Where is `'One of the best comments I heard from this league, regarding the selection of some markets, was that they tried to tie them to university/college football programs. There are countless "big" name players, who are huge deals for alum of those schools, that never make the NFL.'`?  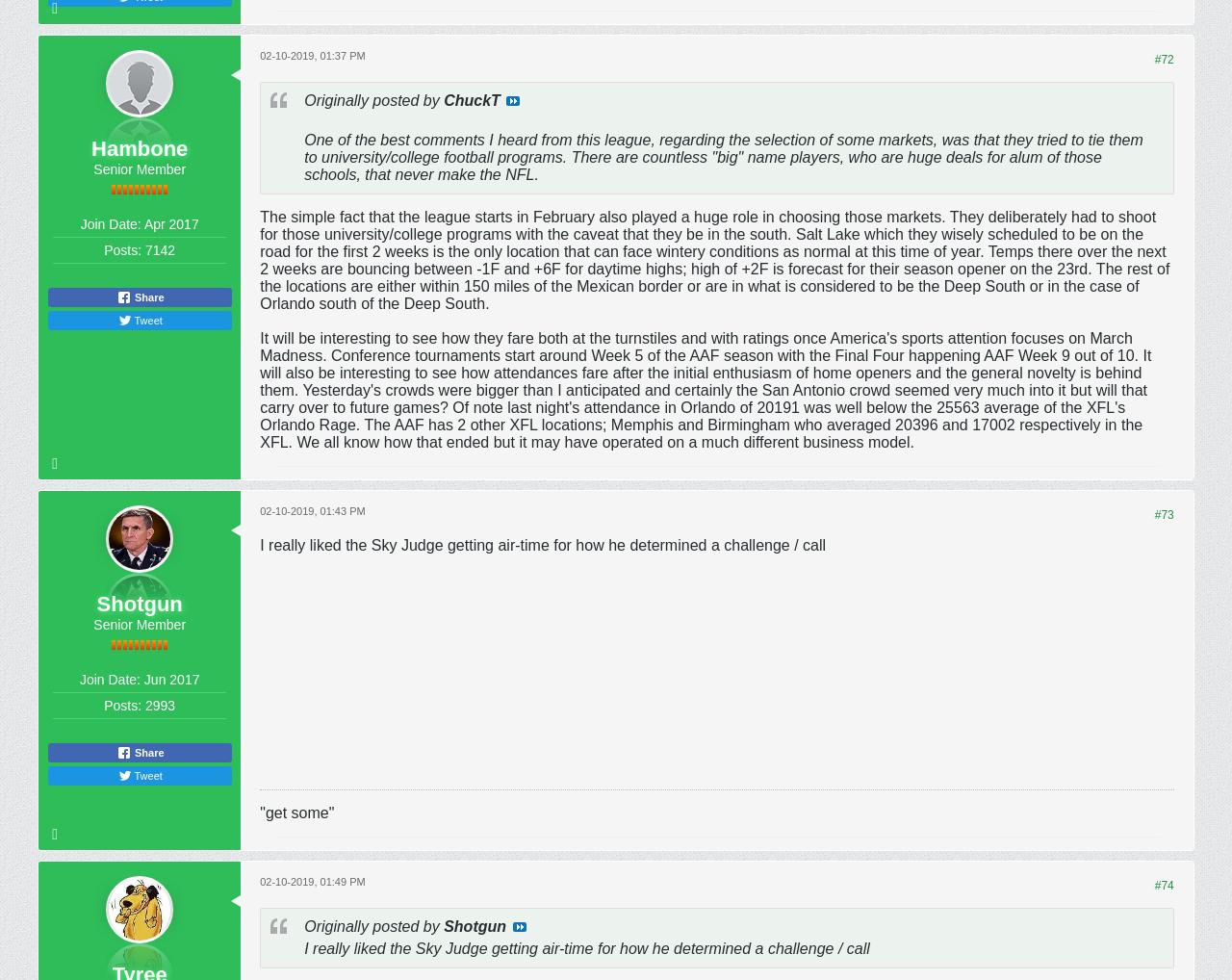
'One of the best comments I heard from this league, regarding the selection of some markets, was that they tried to tie them to university/college football programs. There are countless "big" name players, who are huge deals for alum of those schools, that never make the NFL.' is located at coordinates (722, 156).